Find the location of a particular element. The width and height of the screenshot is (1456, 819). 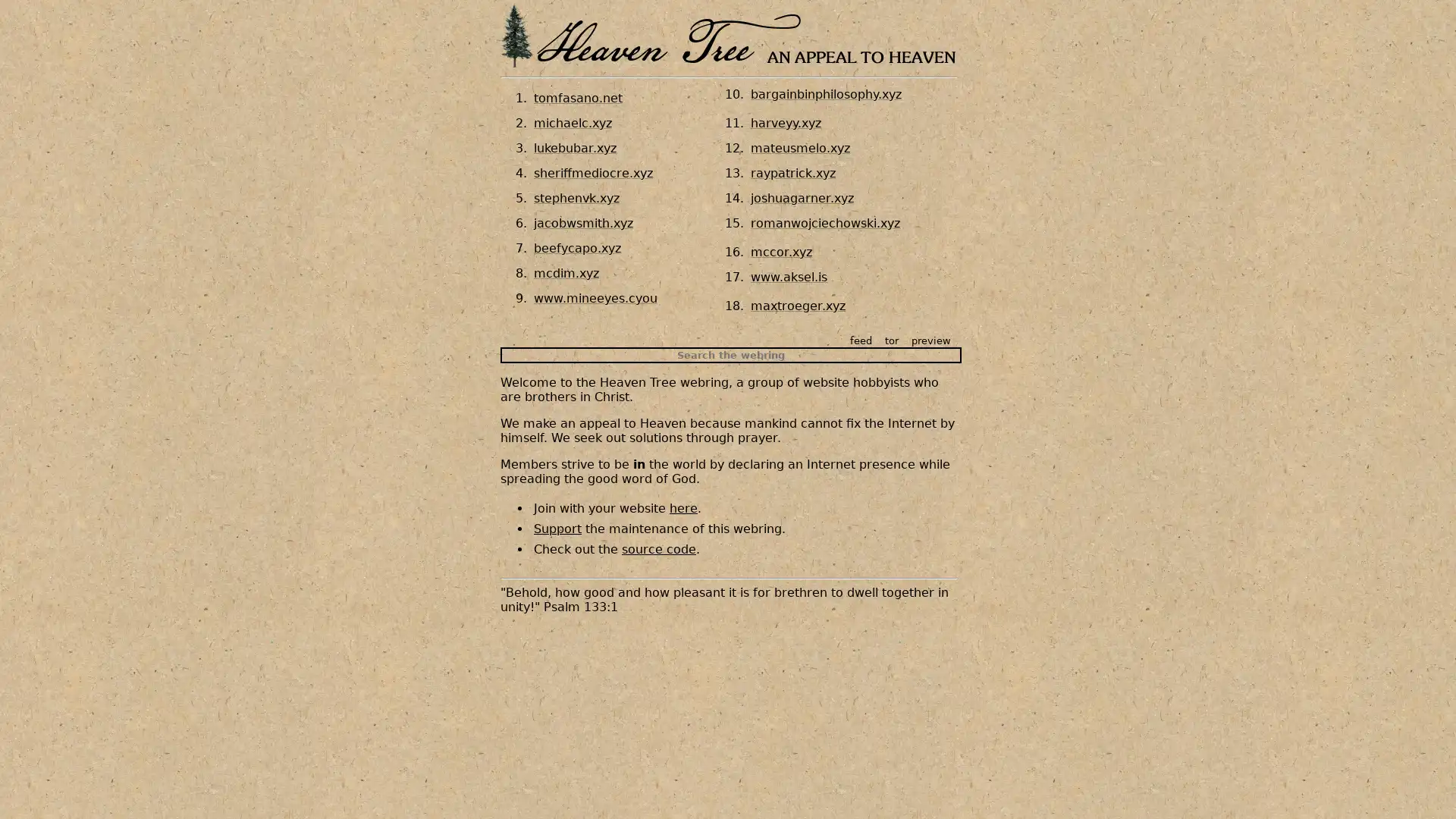

feed is located at coordinates (861, 340).